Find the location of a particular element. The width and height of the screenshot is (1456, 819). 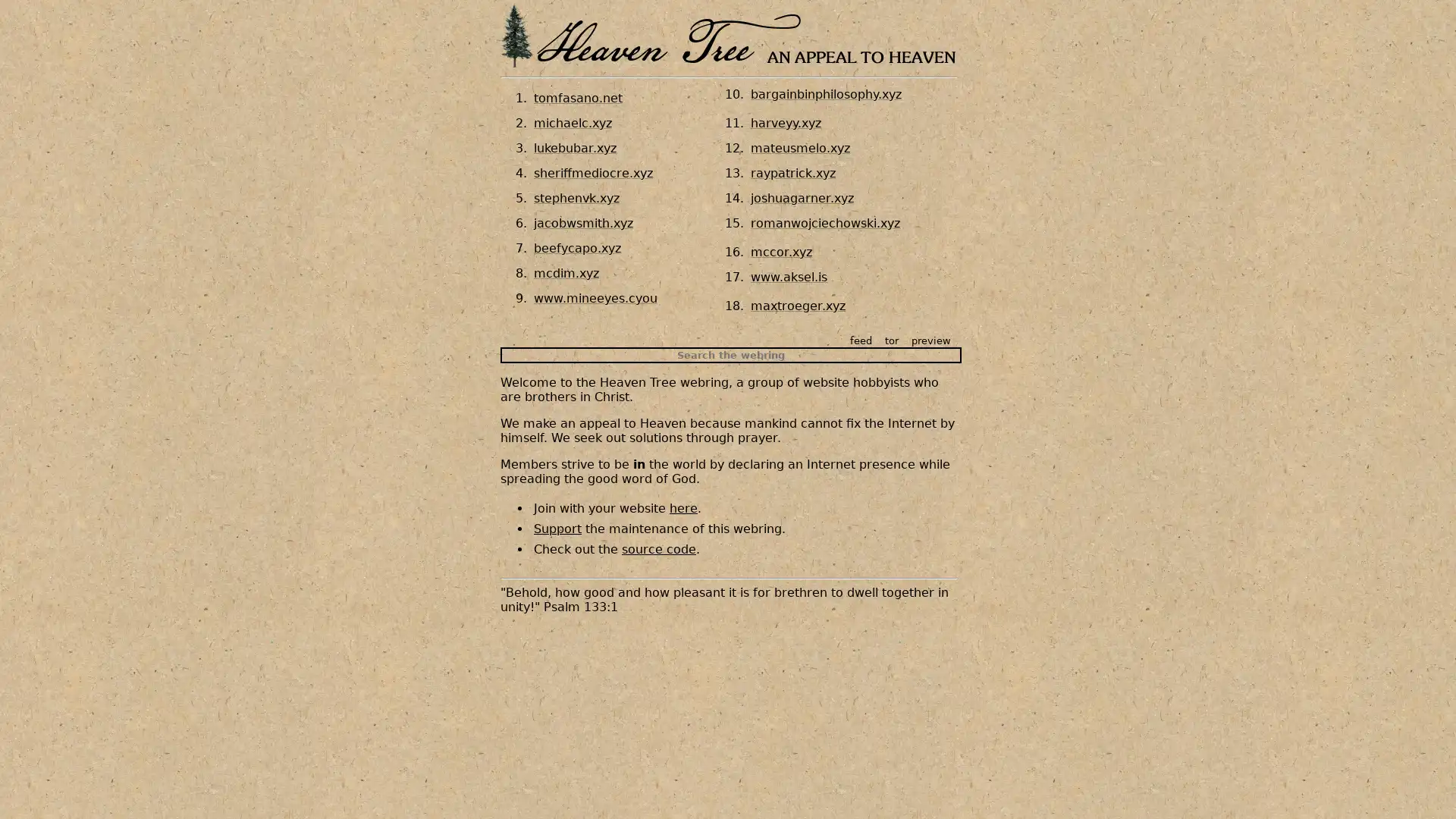

feed is located at coordinates (861, 340).